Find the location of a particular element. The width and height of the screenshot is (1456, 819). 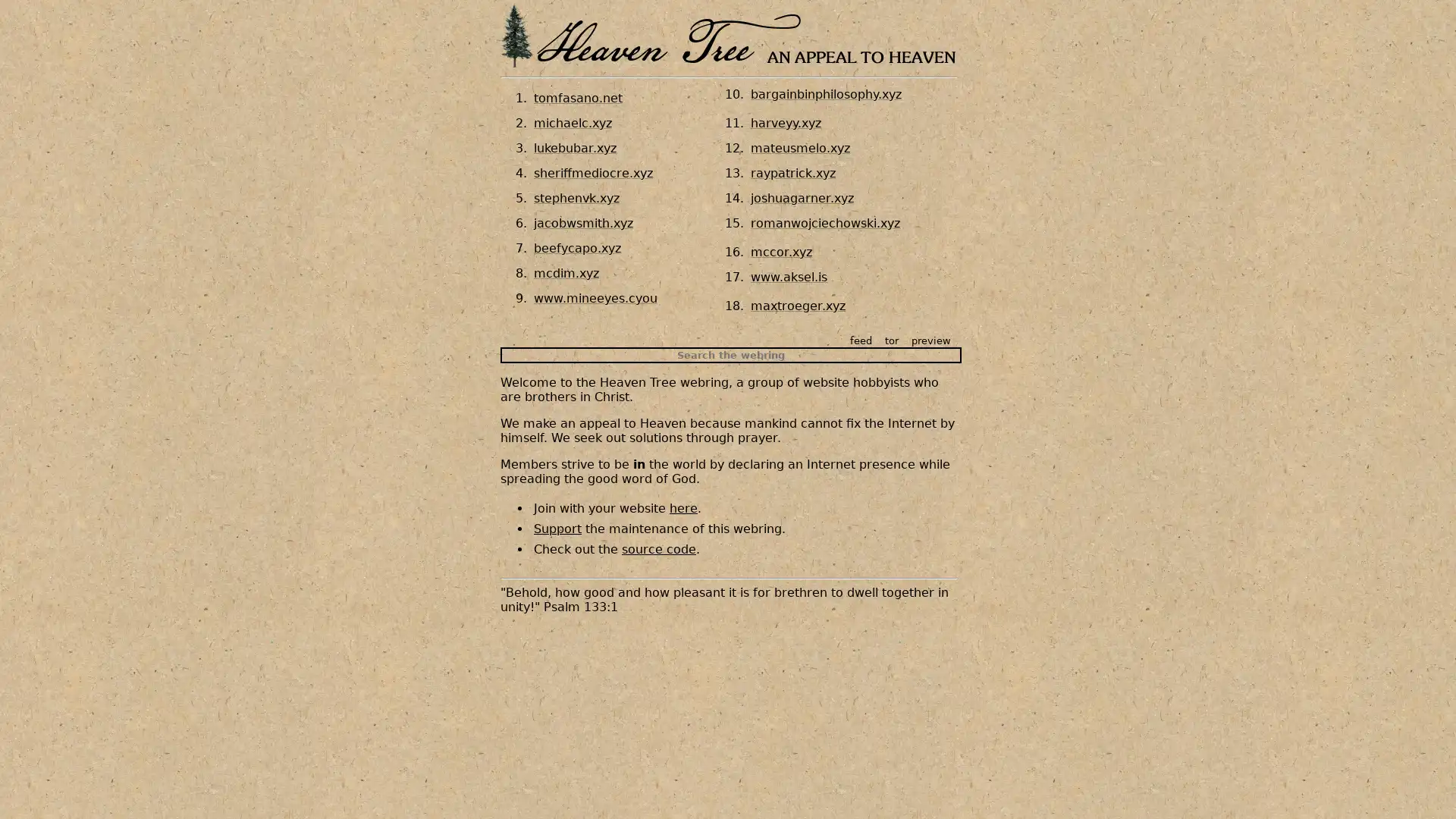

feed is located at coordinates (861, 340).